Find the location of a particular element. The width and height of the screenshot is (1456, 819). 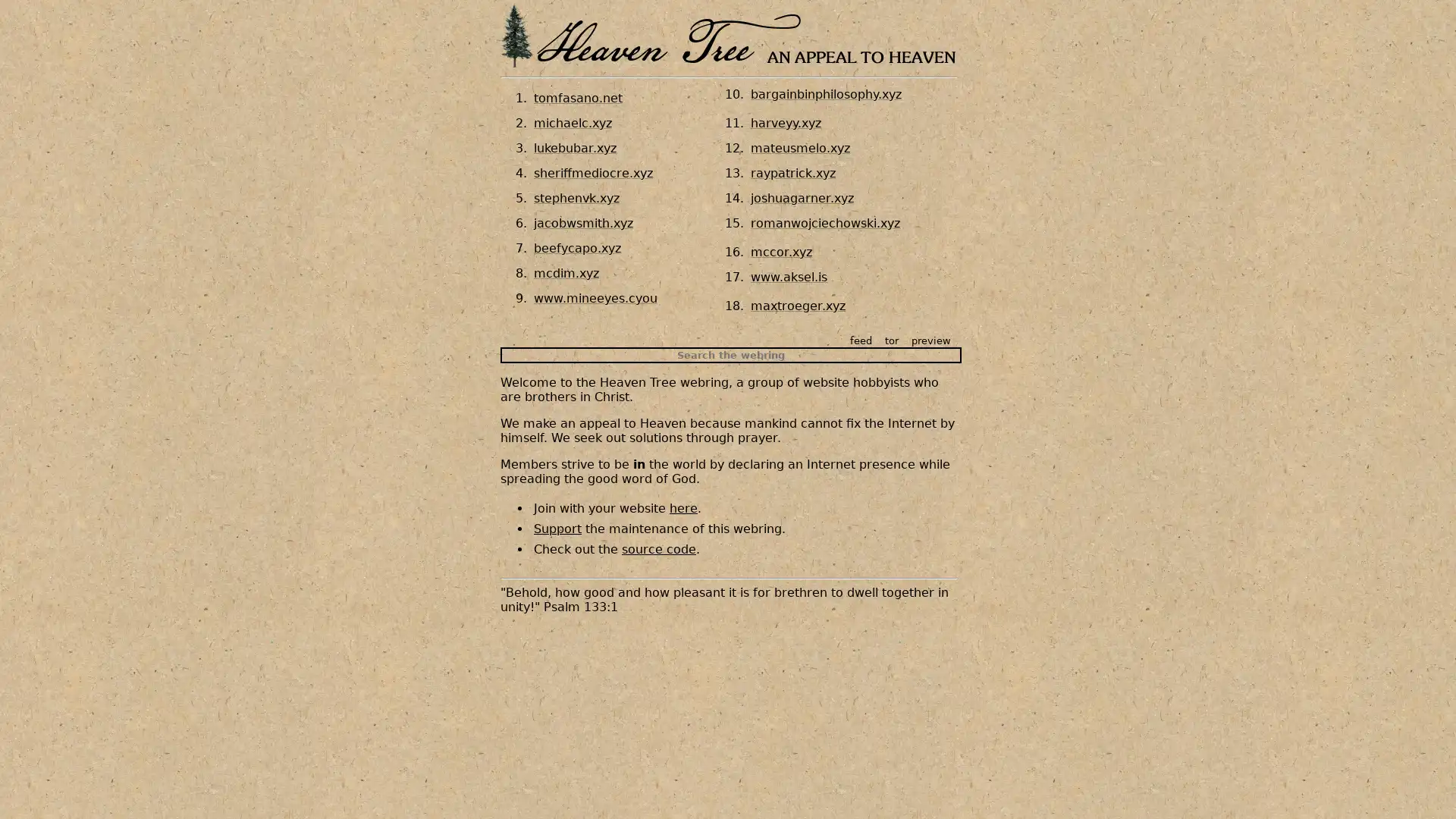

feed is located at coordinates (861, 340).